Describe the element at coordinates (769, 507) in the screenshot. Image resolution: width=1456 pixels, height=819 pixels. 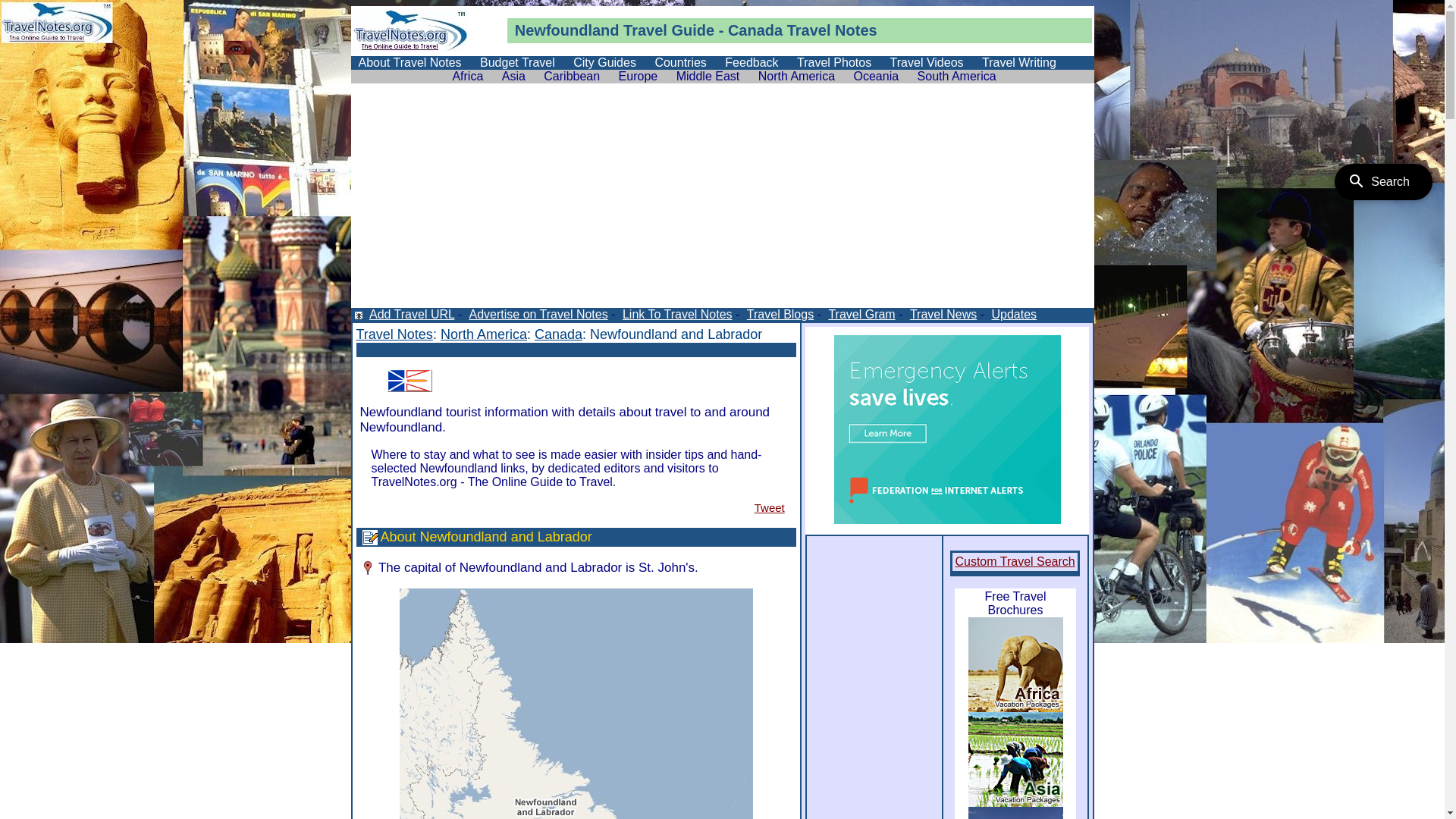
I see `'Tweet'` at that location.